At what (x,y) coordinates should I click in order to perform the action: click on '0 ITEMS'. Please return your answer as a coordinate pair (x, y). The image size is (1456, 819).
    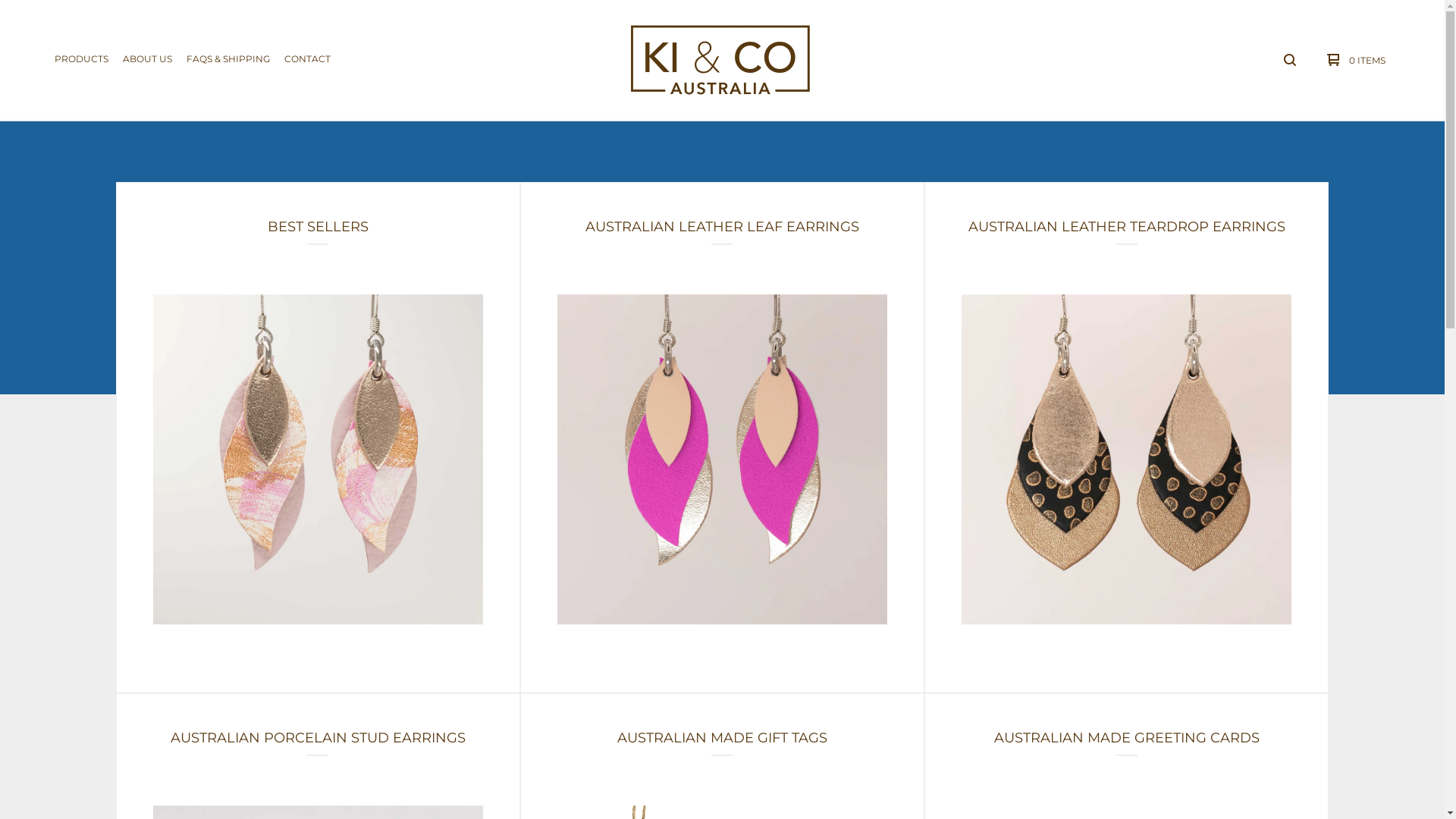
    Looking at the image, I should click on (1352, 58).